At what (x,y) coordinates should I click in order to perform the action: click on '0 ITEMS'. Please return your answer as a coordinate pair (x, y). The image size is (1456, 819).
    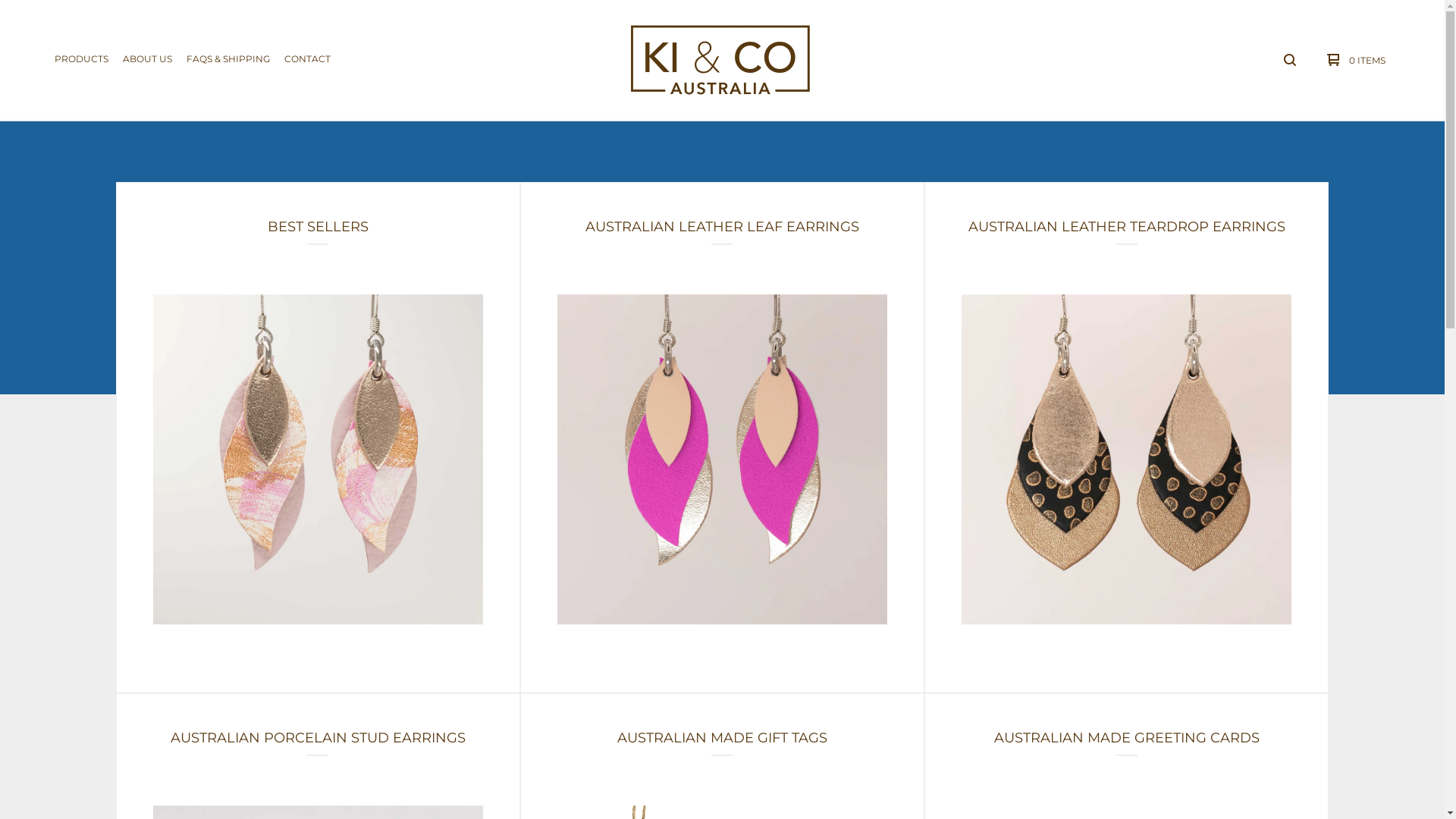
    Looking at the image, I should click on (1352, 58).